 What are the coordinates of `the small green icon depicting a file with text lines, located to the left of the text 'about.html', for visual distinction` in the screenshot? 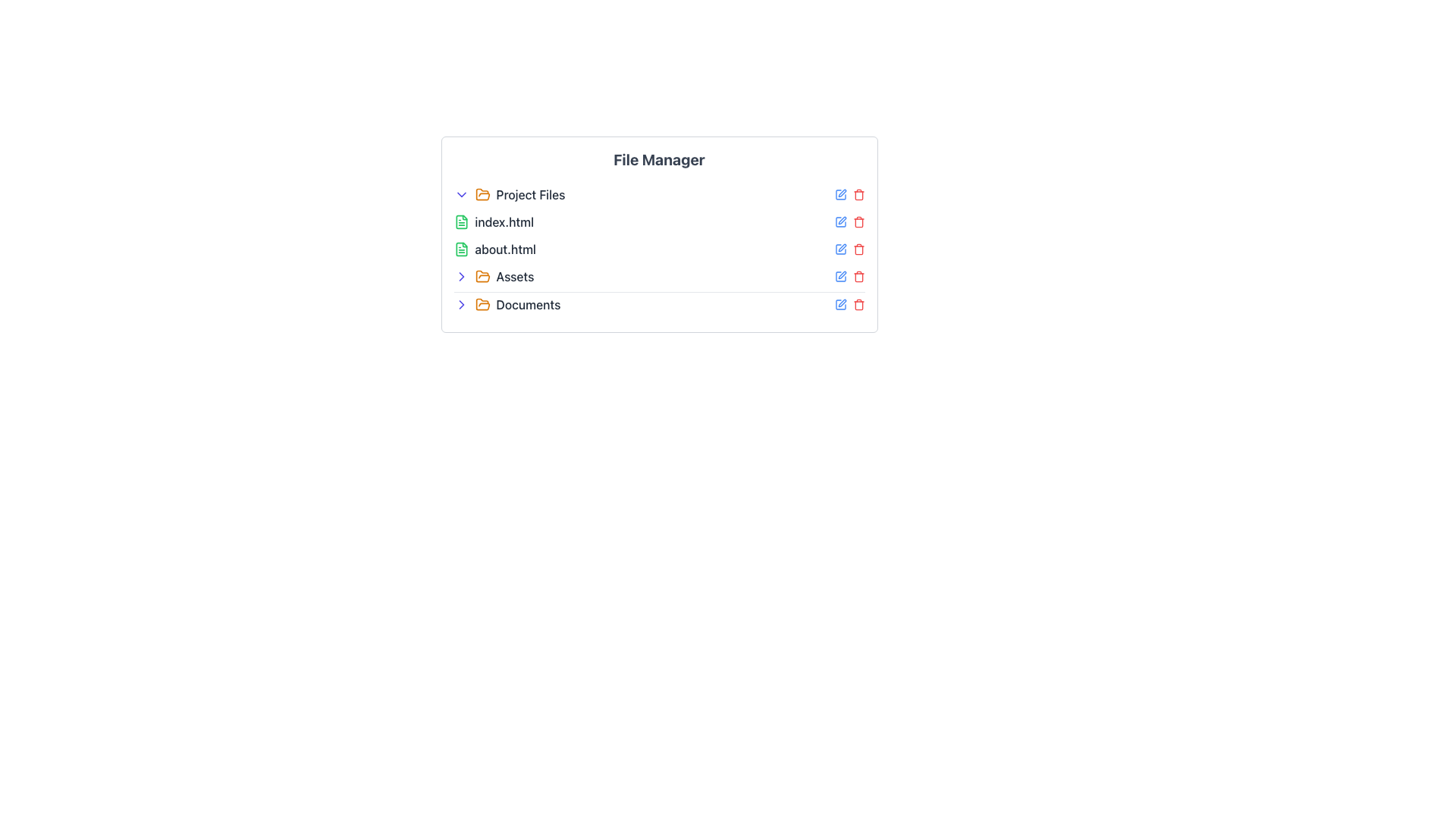 It's located at (460, 248).